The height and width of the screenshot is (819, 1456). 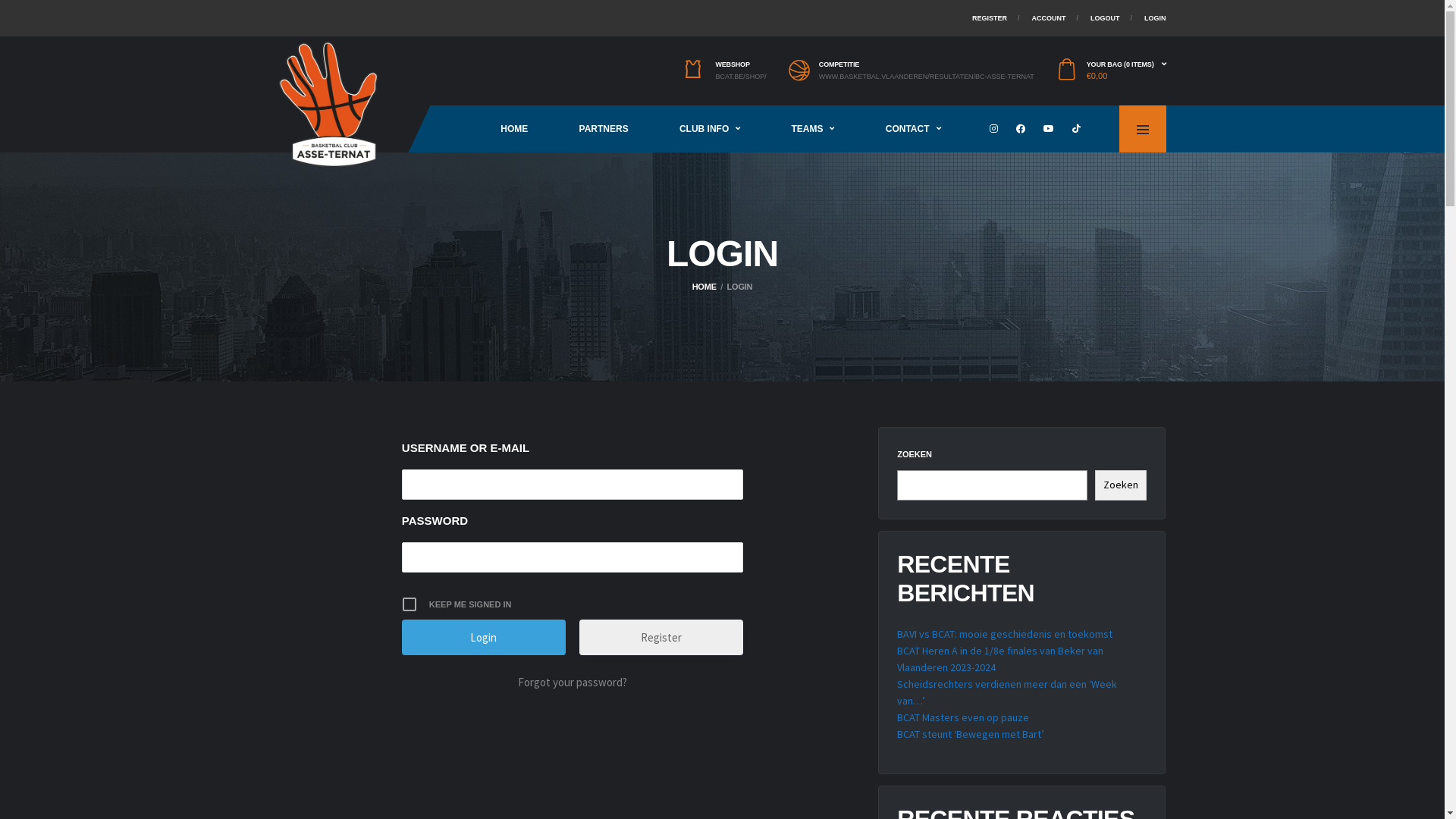 I want to click on 'WWW.BASKETBAL.VLAANDEREN/RESULTATEN/BC-ASSE-TERNAT', so click(x=926, y=77).